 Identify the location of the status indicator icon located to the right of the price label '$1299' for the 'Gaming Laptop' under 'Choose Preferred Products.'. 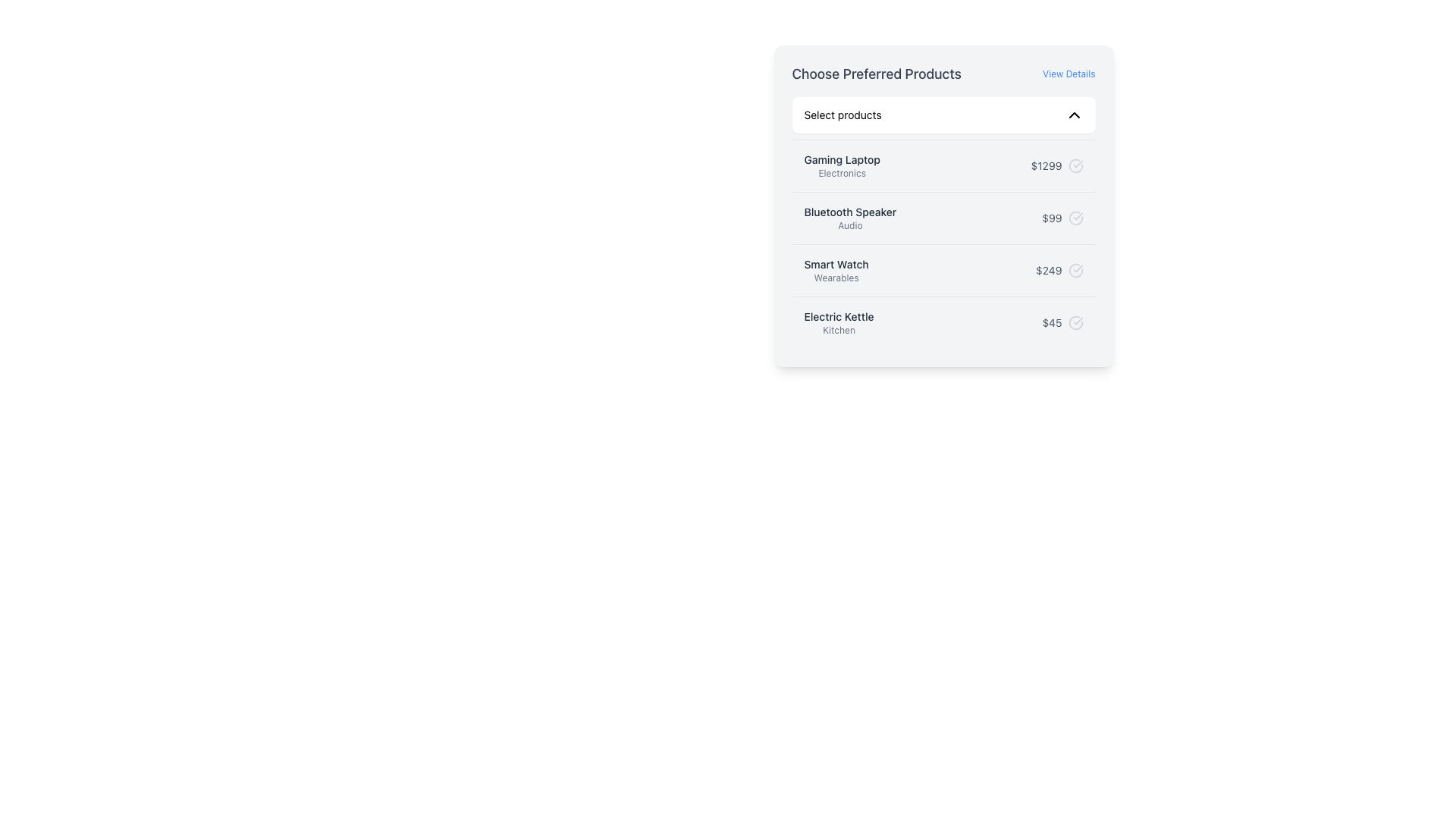
(1075, 166).